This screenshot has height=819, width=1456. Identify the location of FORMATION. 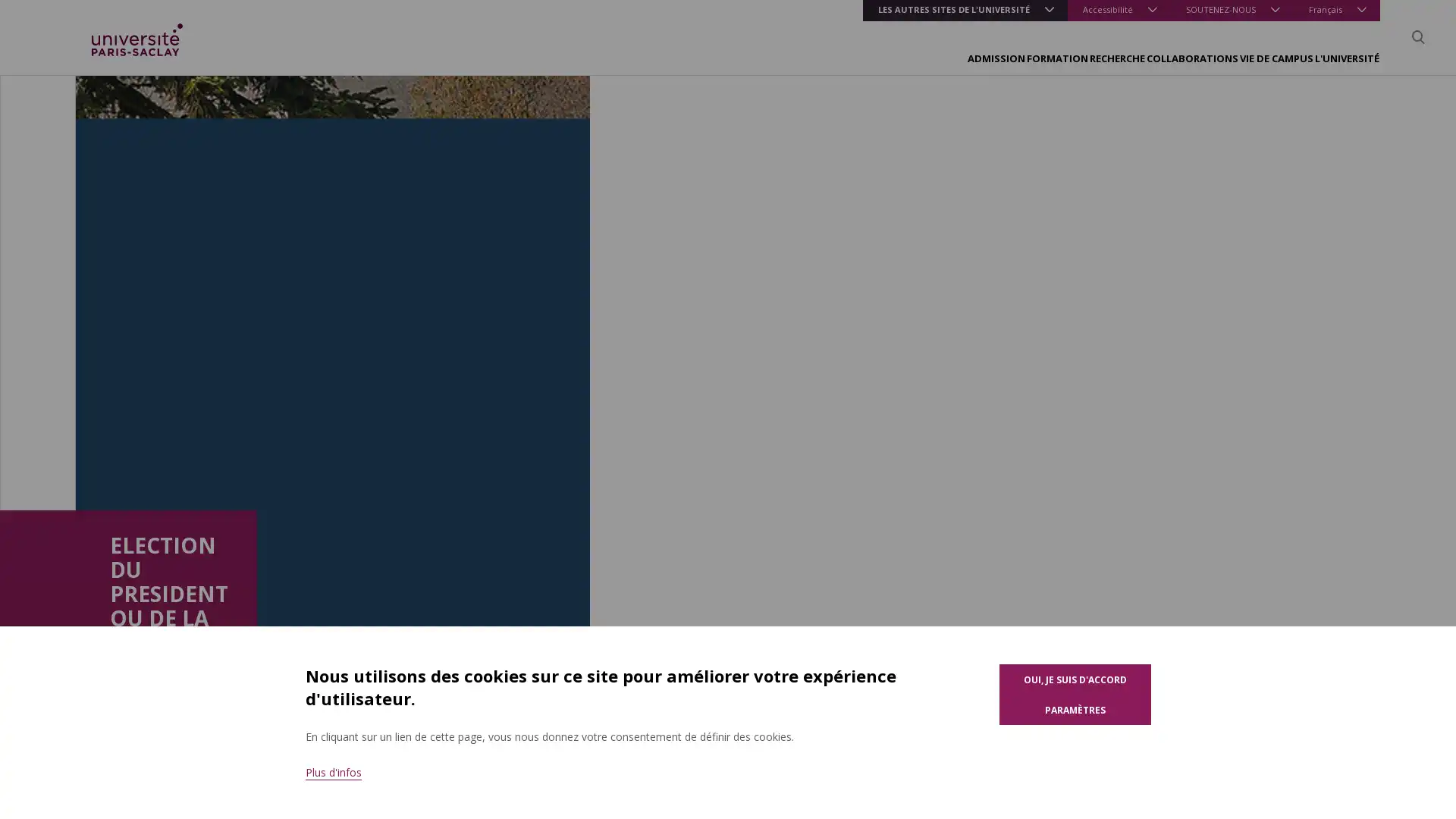
(860, 52).